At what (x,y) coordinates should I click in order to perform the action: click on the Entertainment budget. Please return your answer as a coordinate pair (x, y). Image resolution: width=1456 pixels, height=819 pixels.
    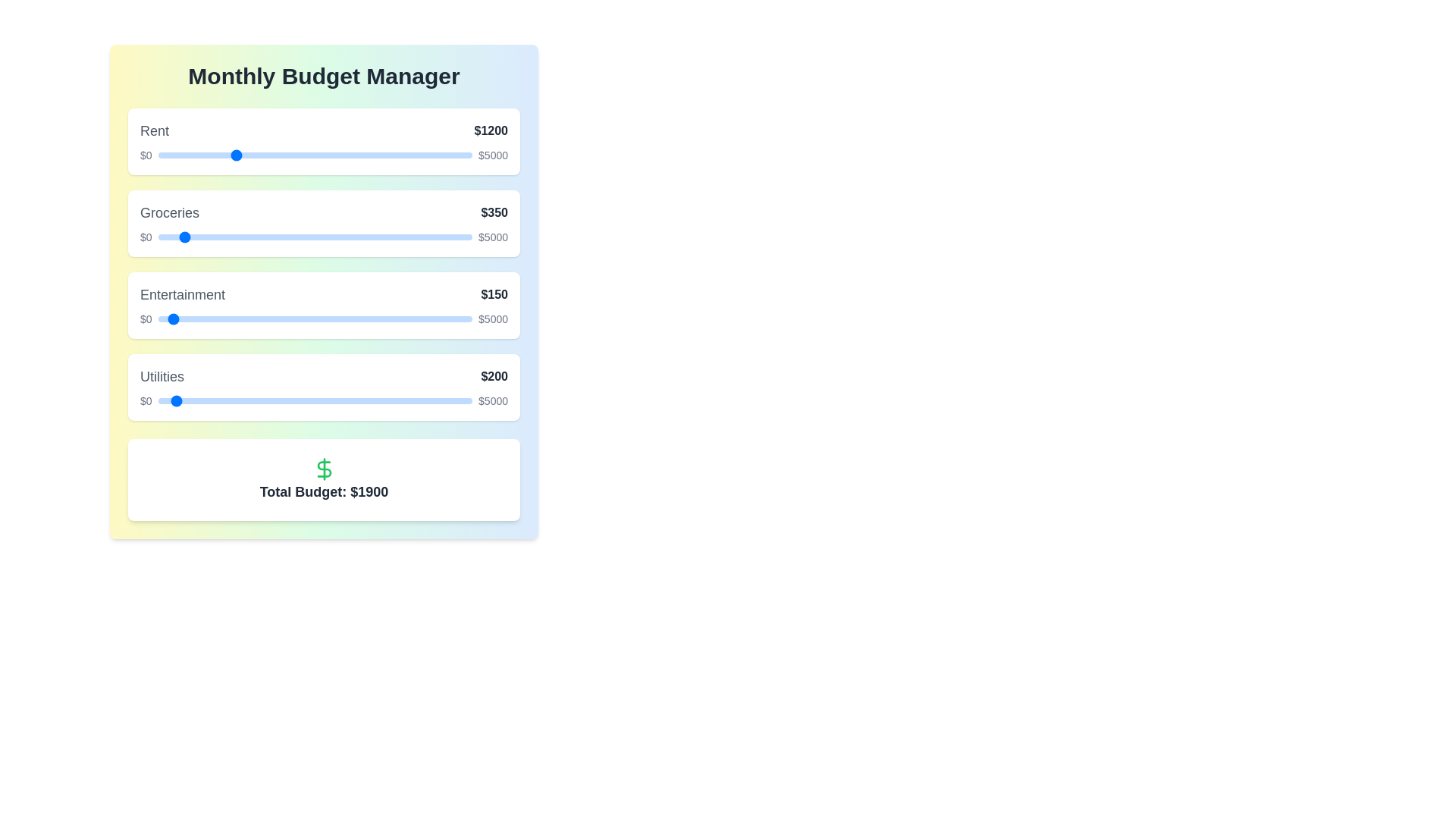
    Looking at the image, I should click on (441, 318).